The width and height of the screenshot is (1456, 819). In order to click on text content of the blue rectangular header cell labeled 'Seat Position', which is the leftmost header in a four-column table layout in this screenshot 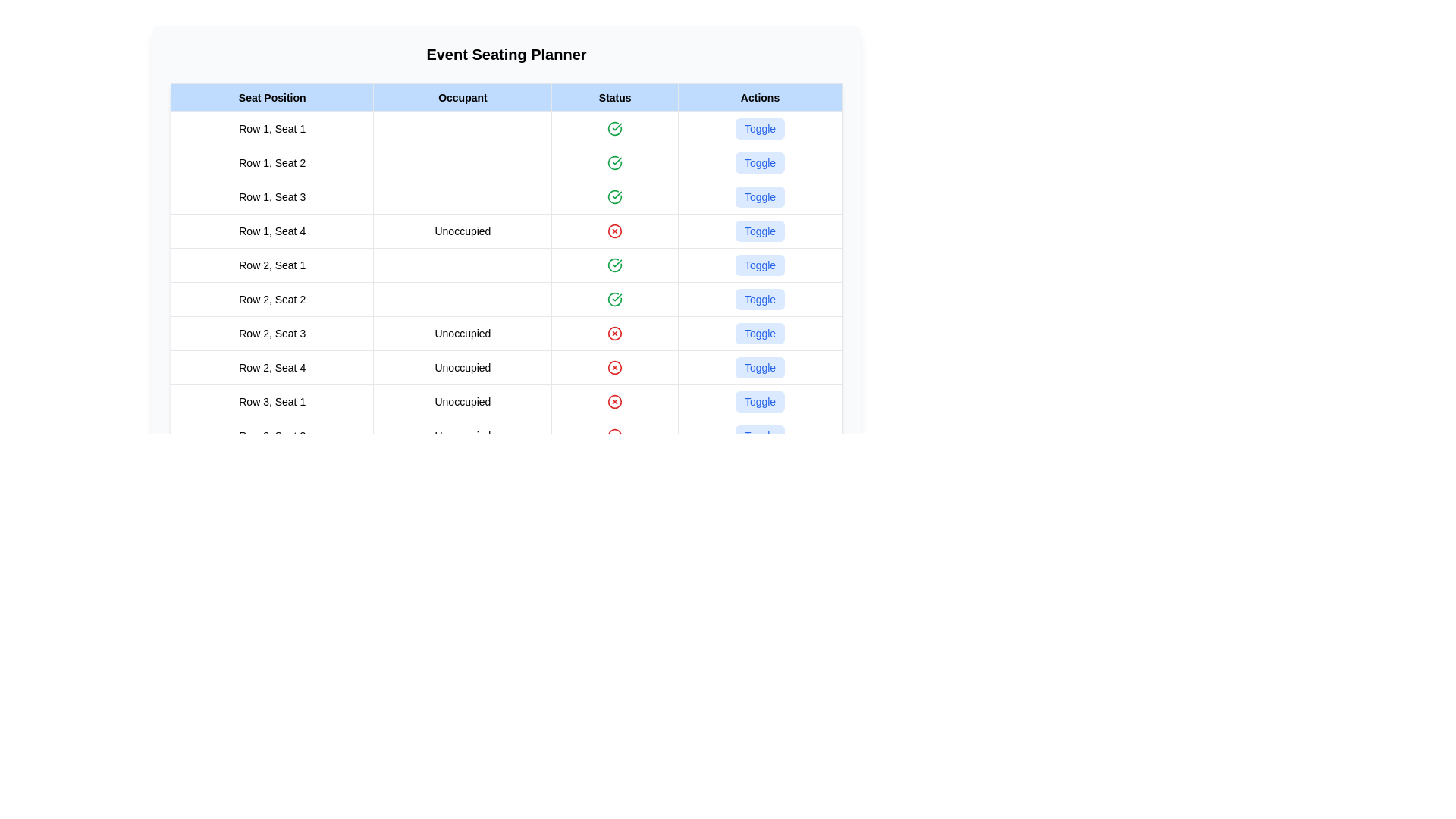, I will do `click(272, 97)`.